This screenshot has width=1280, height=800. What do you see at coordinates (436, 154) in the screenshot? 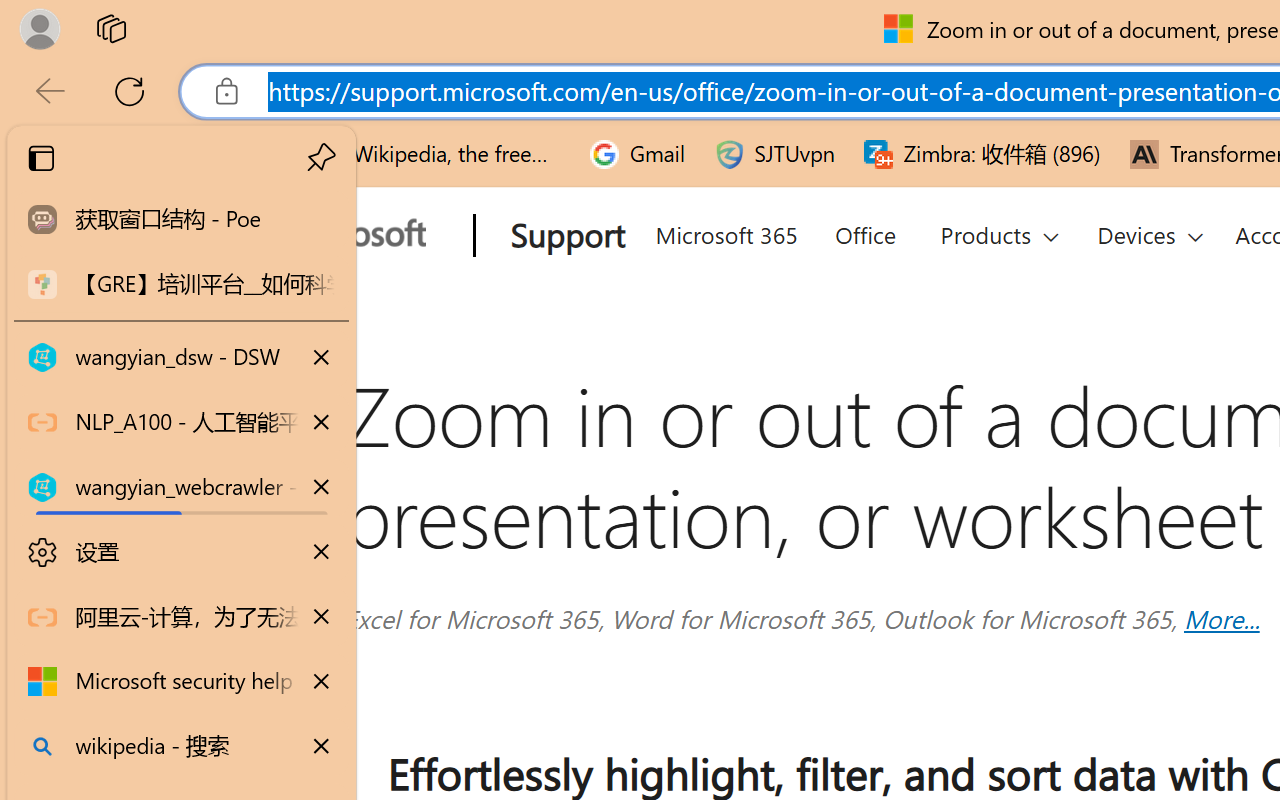
I see `'Wikipedia, the free encyclopedia'` at bounding box center [436, 154].